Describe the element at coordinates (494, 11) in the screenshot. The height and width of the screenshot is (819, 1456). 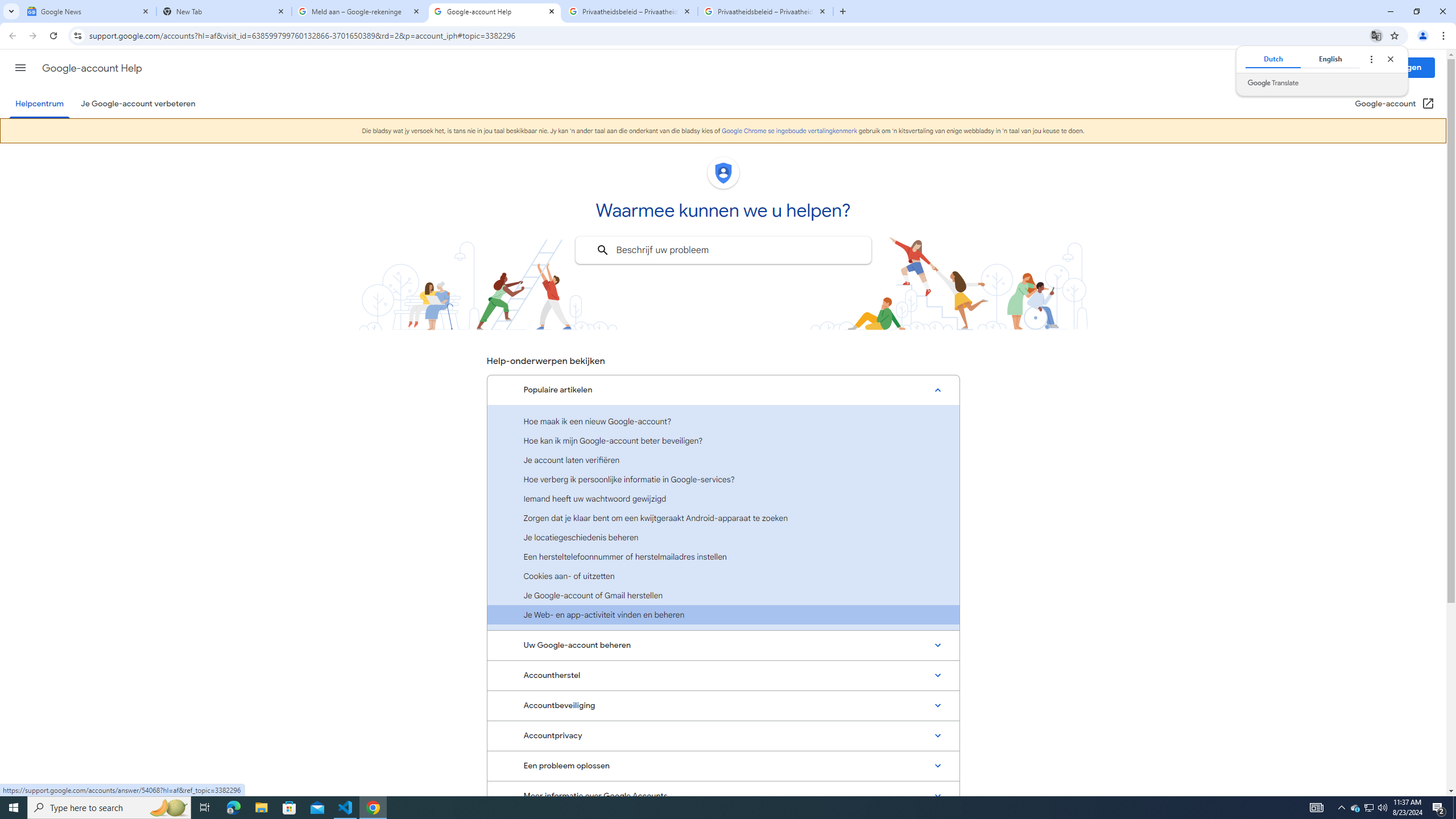
I see `'Google-account Help'` at that location.